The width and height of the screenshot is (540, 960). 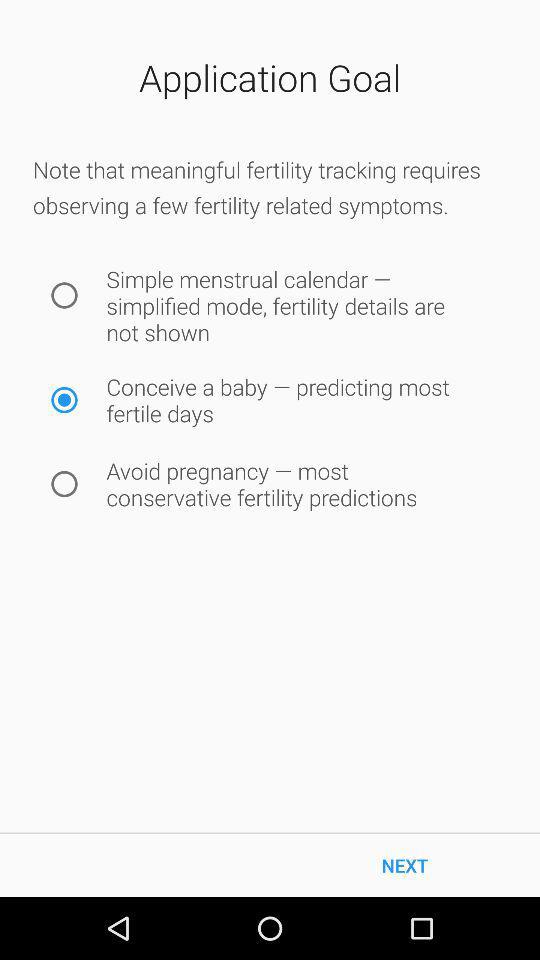 I want to click on this option, so click(x=64, y=483).